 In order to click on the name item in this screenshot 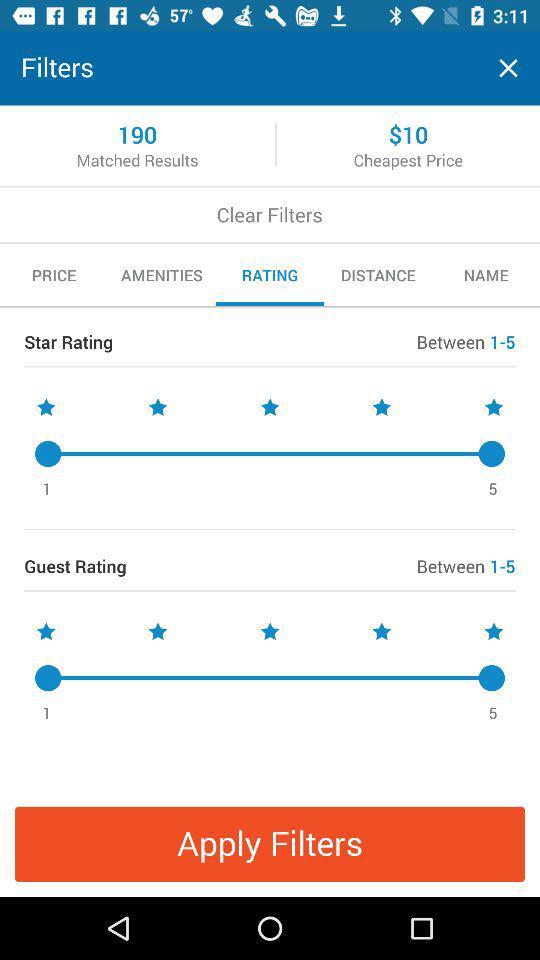, I will do `click(485, 274)`.